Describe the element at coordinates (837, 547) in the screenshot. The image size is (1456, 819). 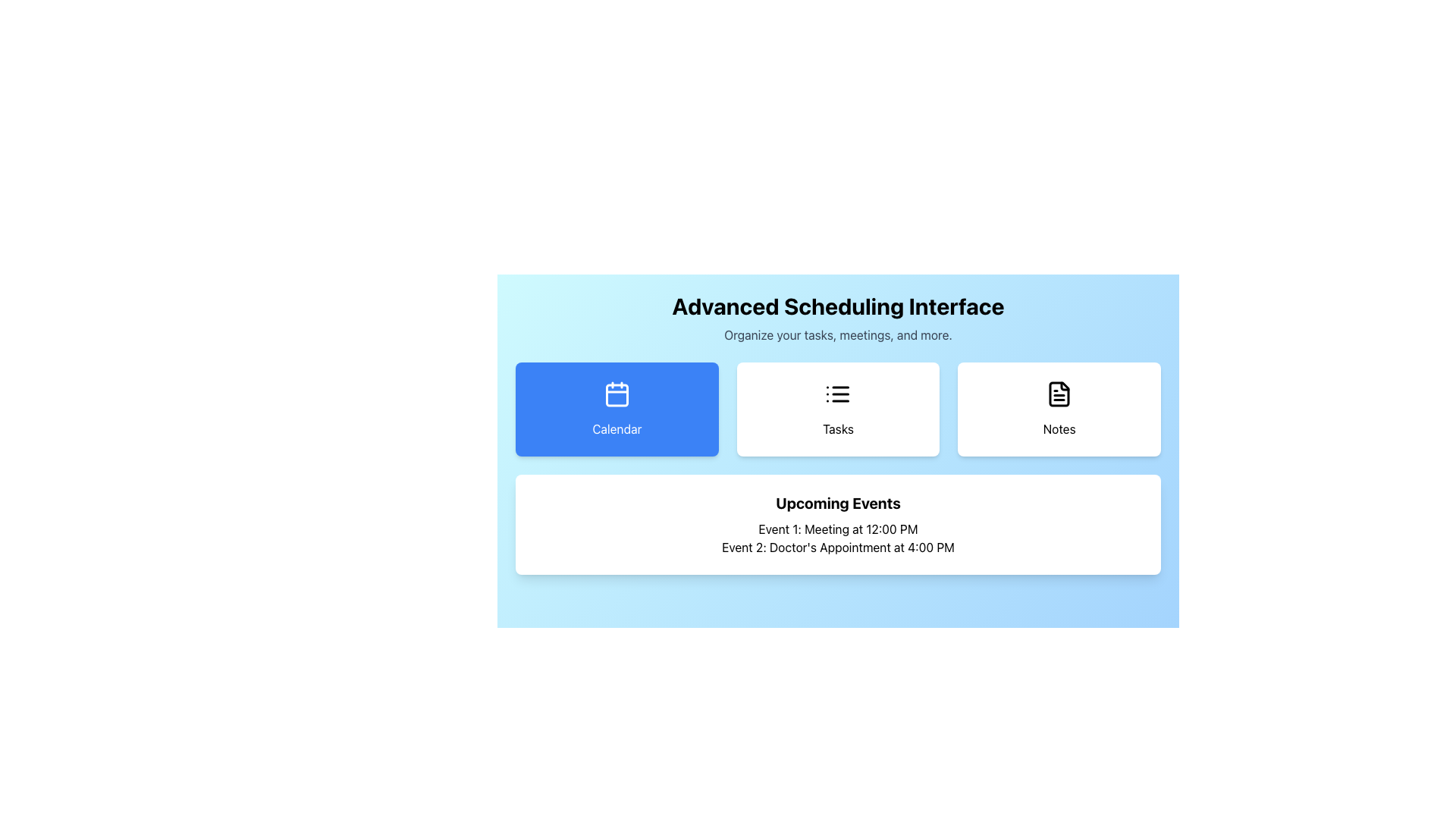
I see `the static text label displaying the Doctor's Appointment at 4:00 PM, which is located in the Upcoming Events section` at that location.